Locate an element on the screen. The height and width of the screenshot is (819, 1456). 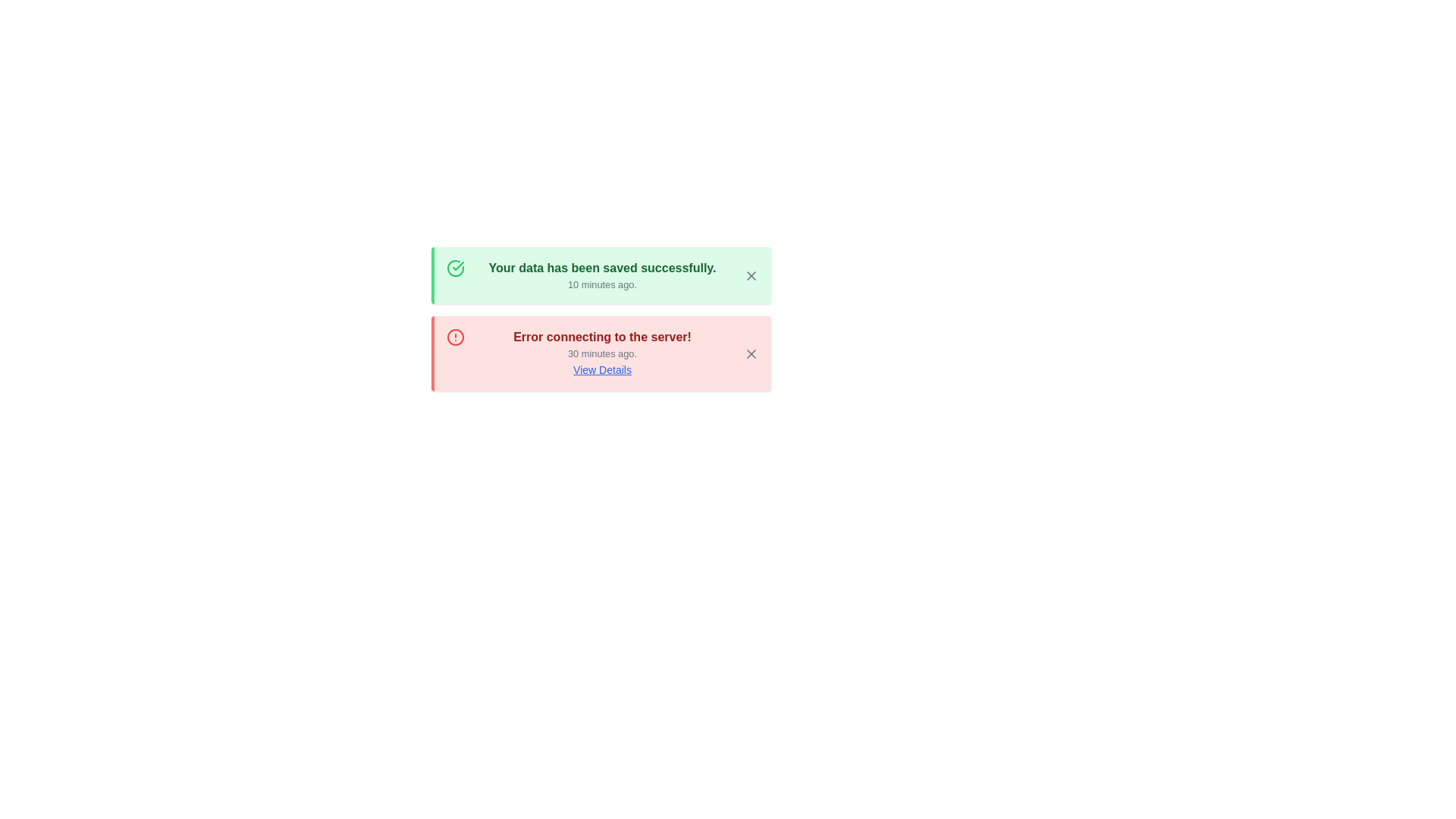
the 'View Details' text link, which is underlined and blue, located in the notification section at the bottom right corner is located at coordinates (601, 370).